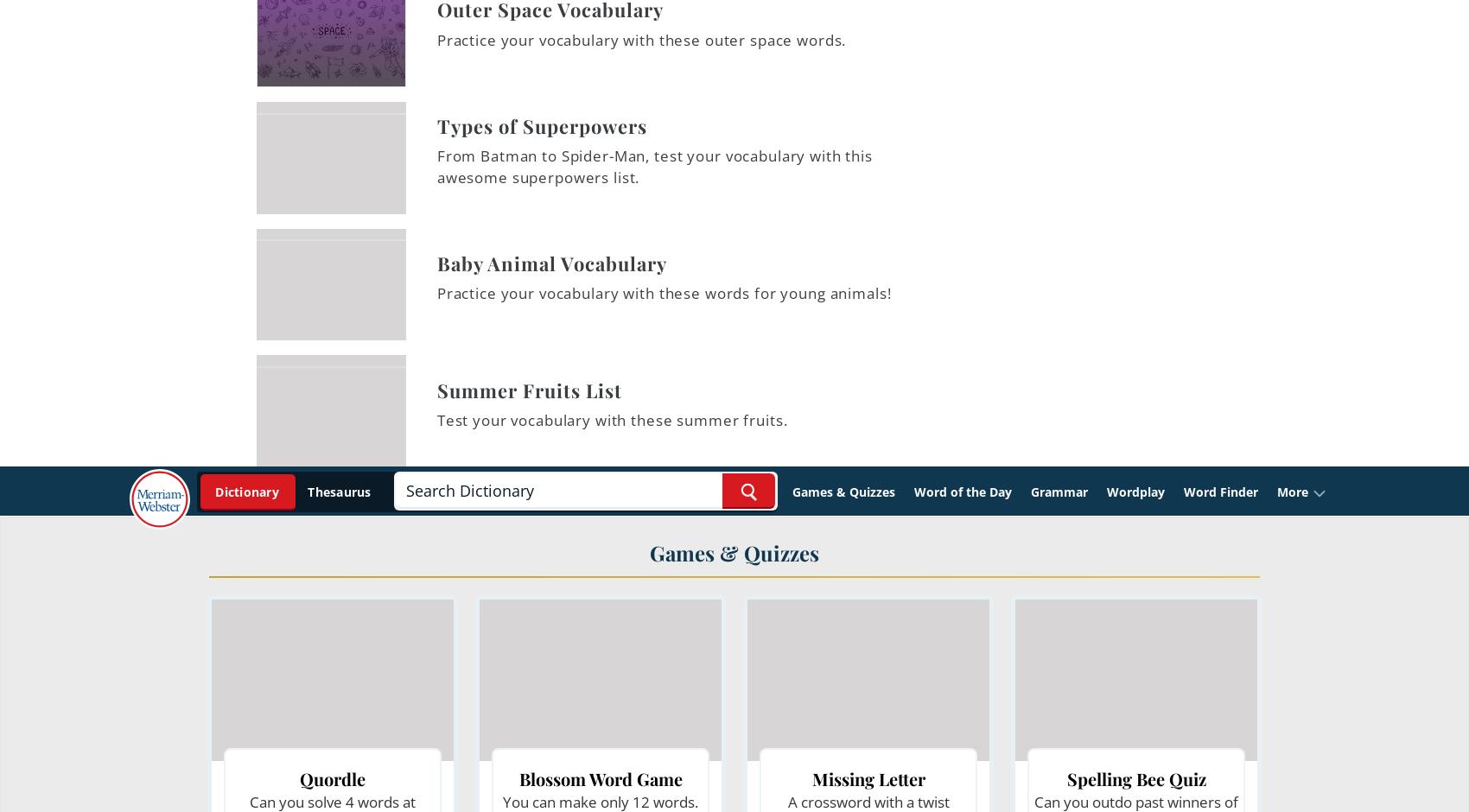 This screenshot has height=812, width=1469. I want to click on 'p', so click(804, 40).